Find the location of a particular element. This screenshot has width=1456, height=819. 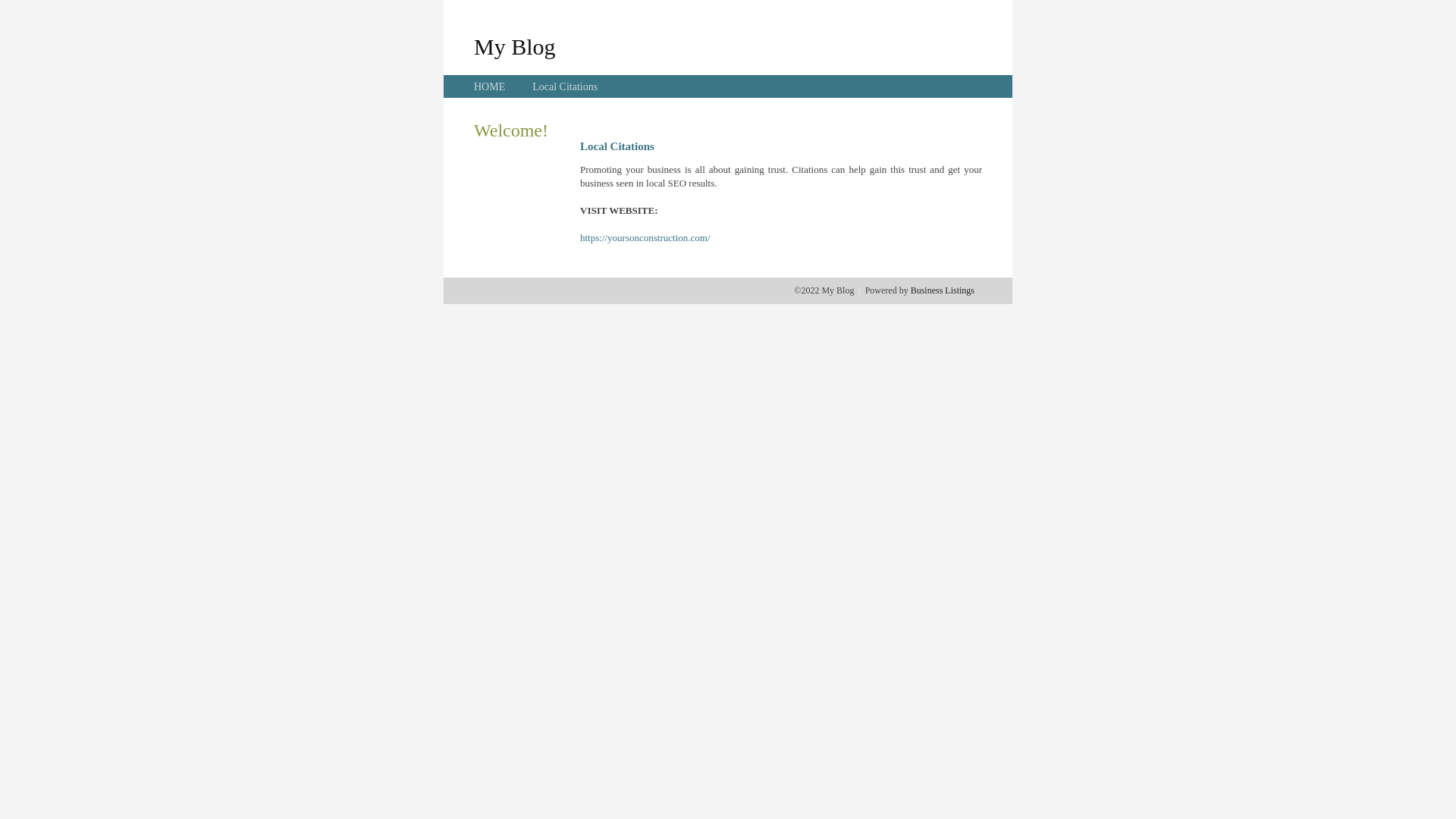

'https://yoursonconstruction.com/' is located at coordinates (645, 237).